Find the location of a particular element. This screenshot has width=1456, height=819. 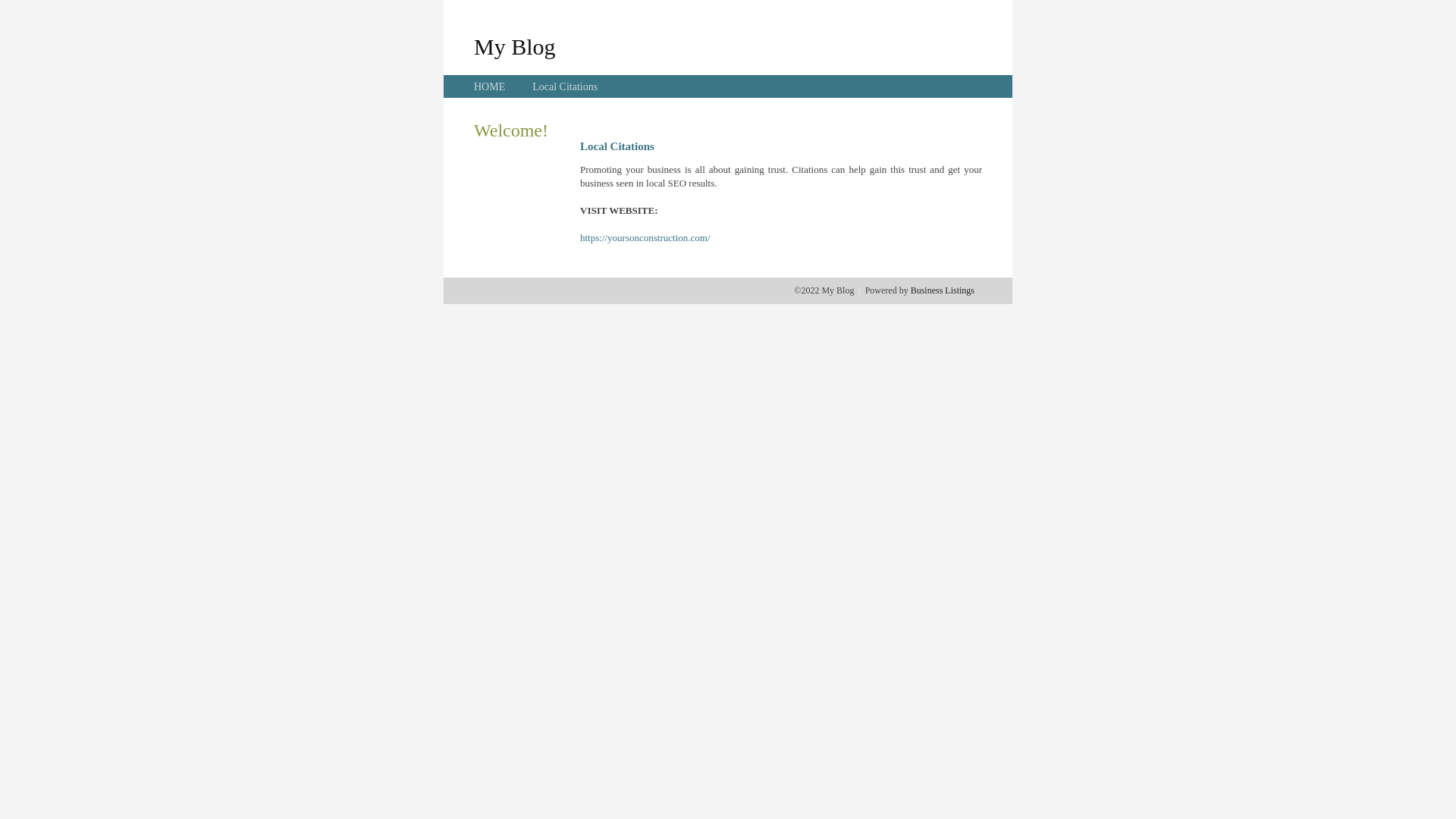

'https://yoursonconstruction.com/' is located at coordinates (645, 237).